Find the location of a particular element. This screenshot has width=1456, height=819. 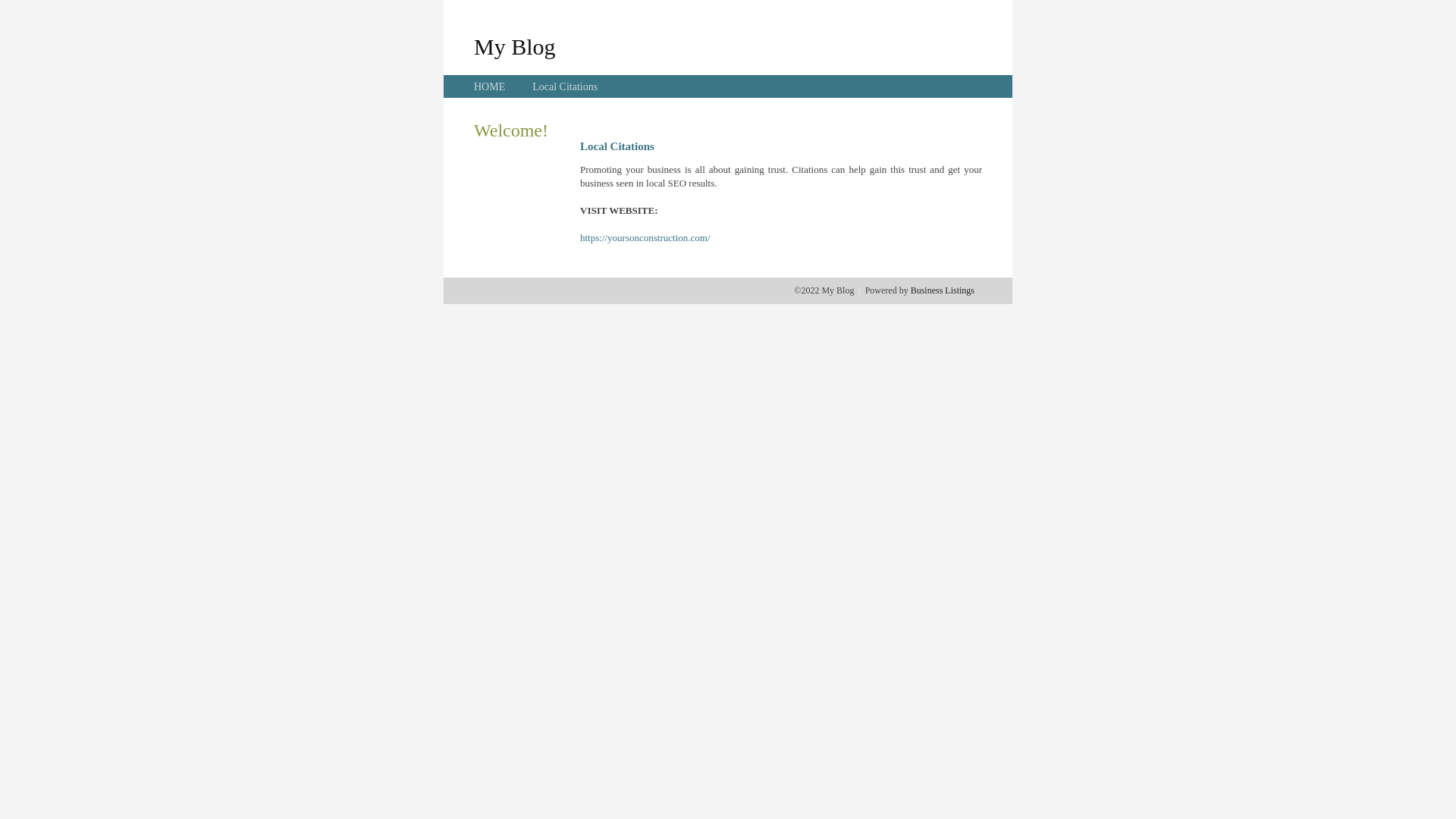

'https://yoursonconstruction.com/' is located at coordinates (645, 237).